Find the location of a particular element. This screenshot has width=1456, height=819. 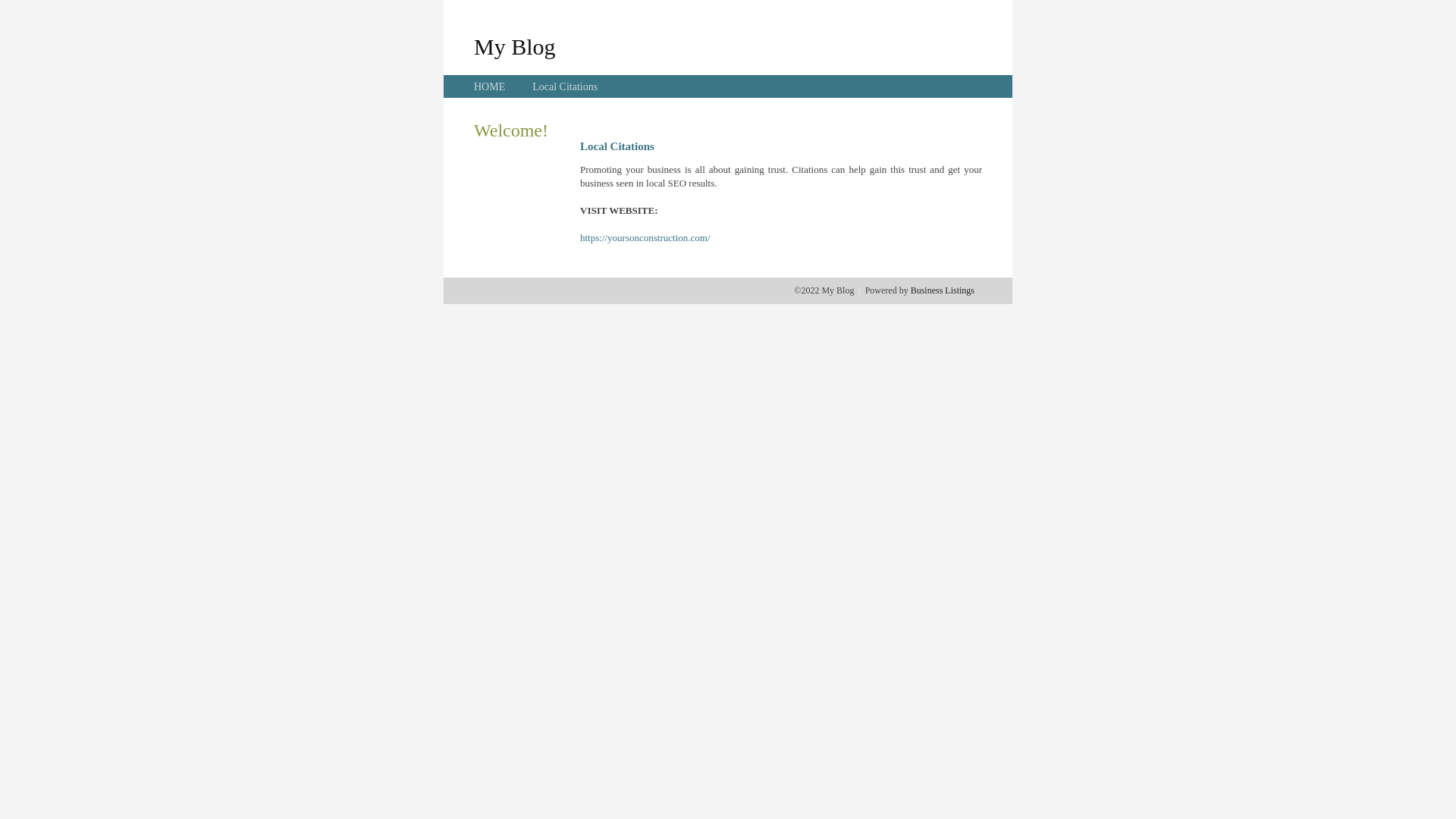

'https://yoursonconstruction.com/' is located at coordinates (645, 237).